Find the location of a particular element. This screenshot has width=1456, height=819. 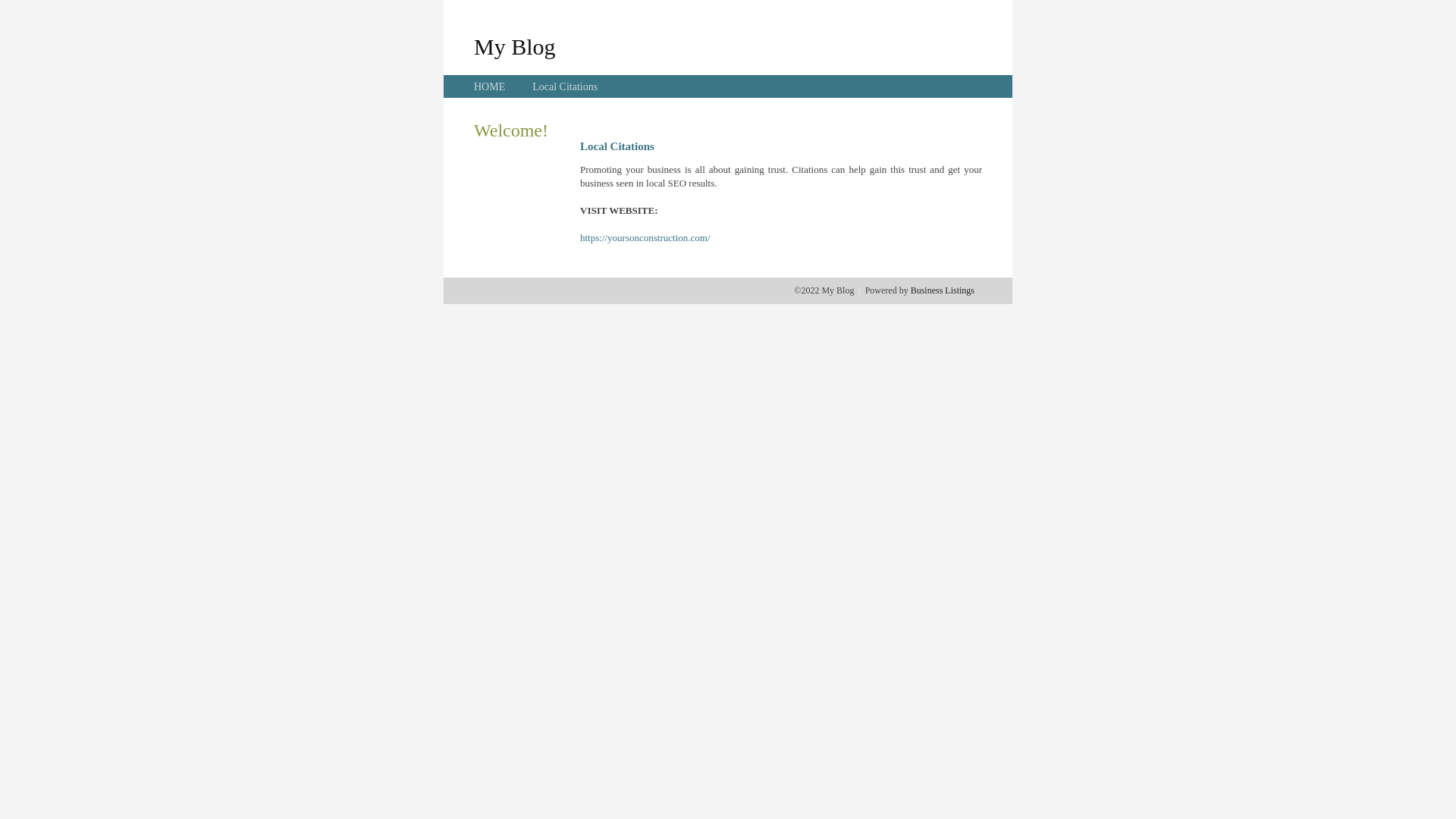

'https://yoursonconstruction.com/' is located at coordinates (645, 237).